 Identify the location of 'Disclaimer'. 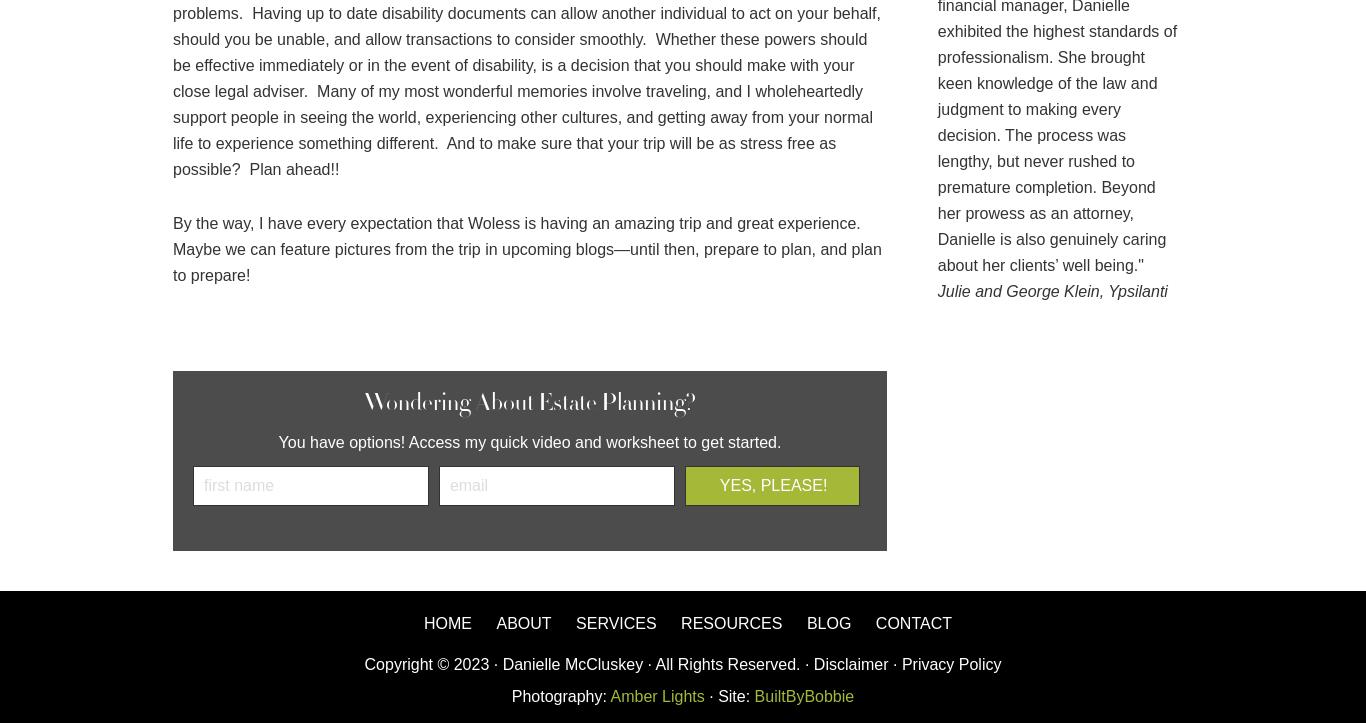
(812, 663).